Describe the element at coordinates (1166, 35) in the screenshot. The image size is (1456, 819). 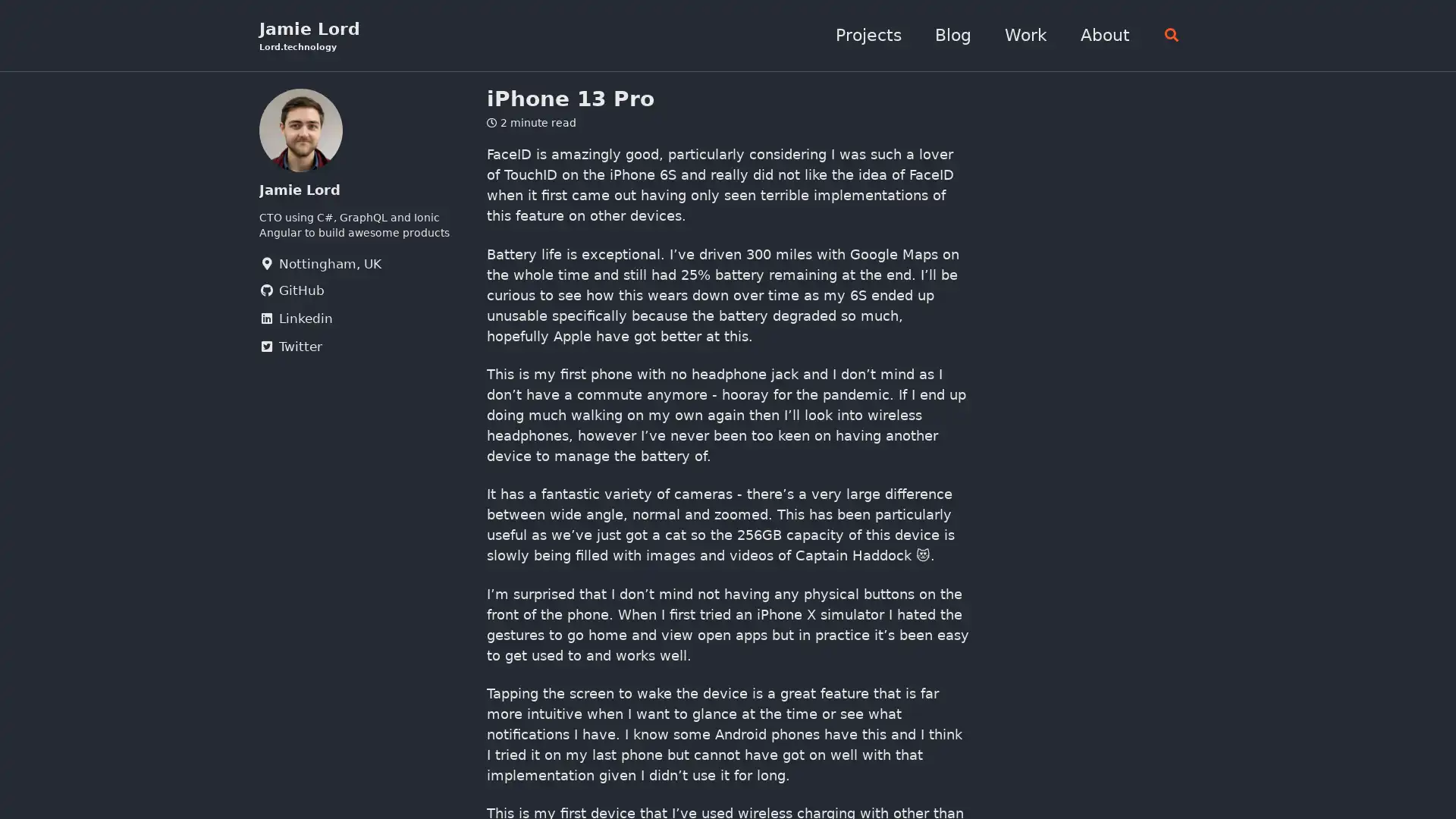
I see `Toggle search` at that location.